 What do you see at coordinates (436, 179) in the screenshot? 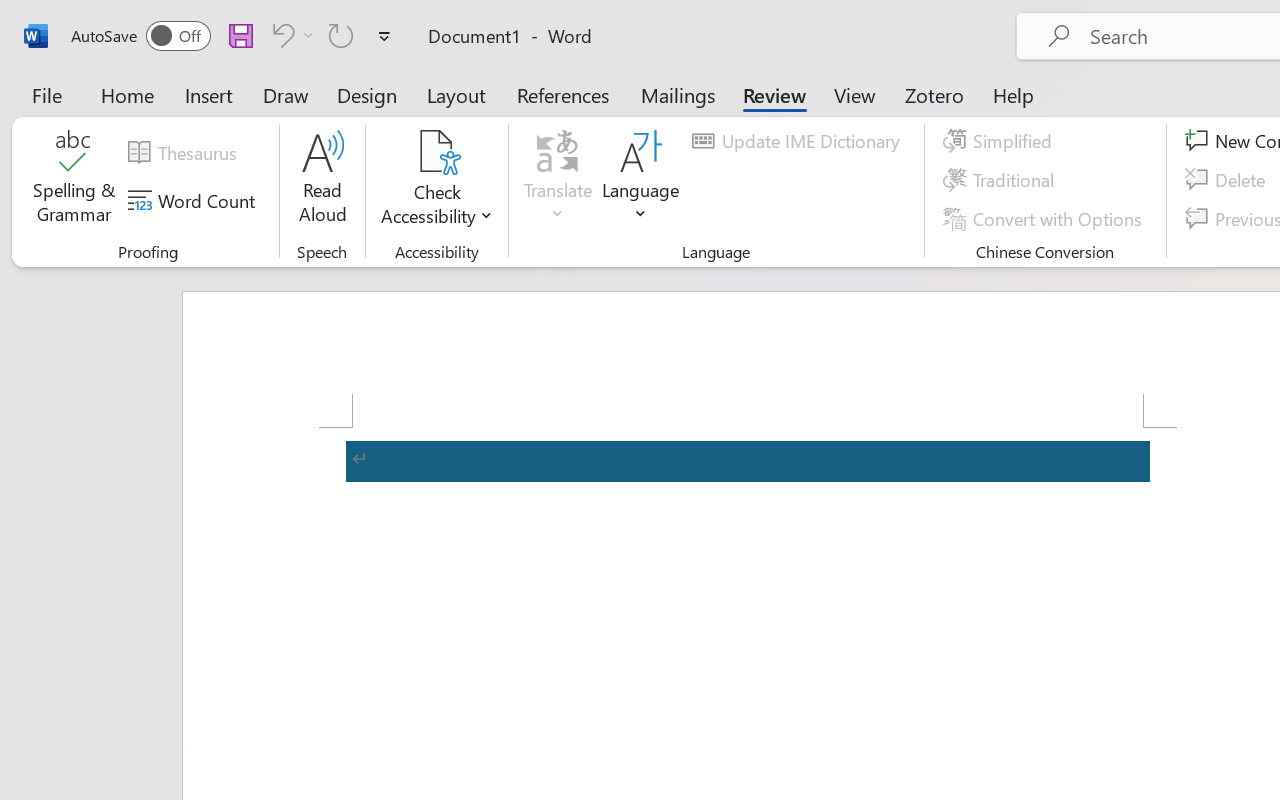
I see `'Check Accessibility'` at bounding box center [436, 179].